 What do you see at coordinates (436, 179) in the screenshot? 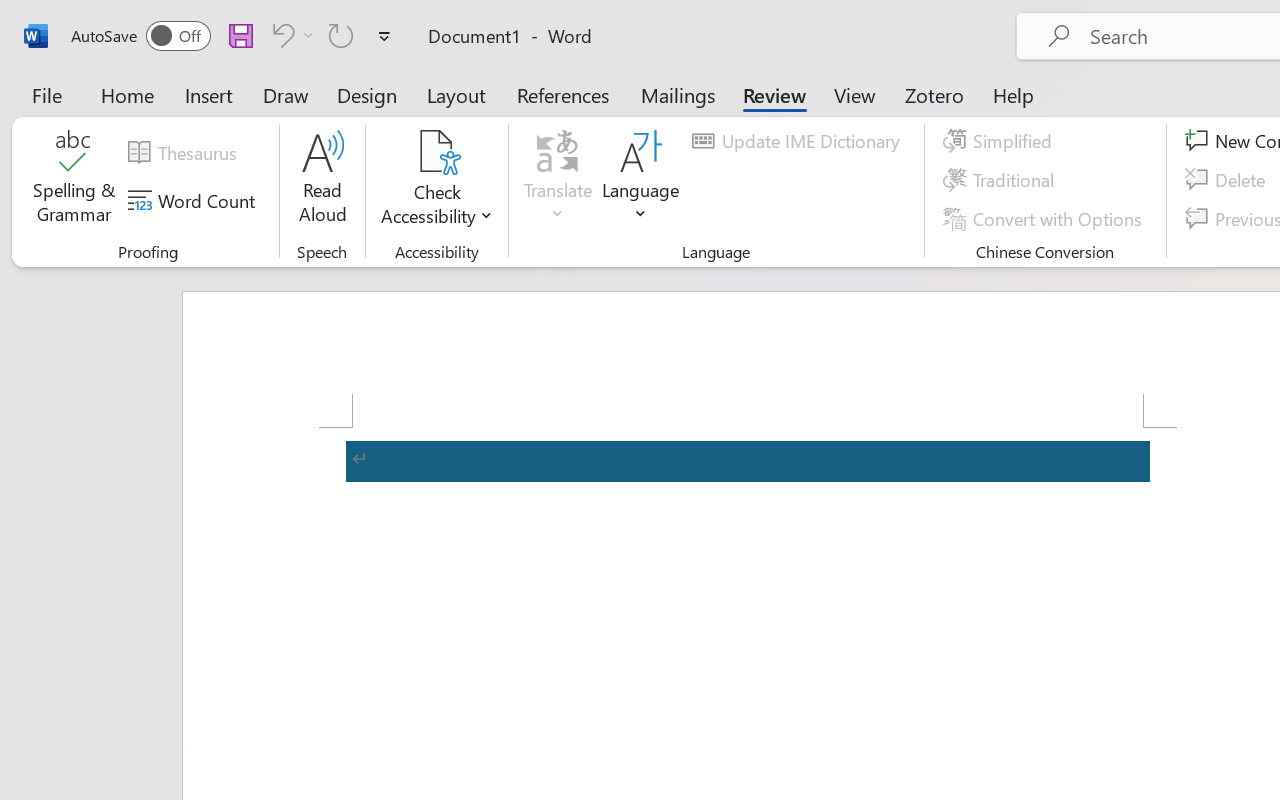
I see `'Check Accessibility'` at bounding box center [436, 179].